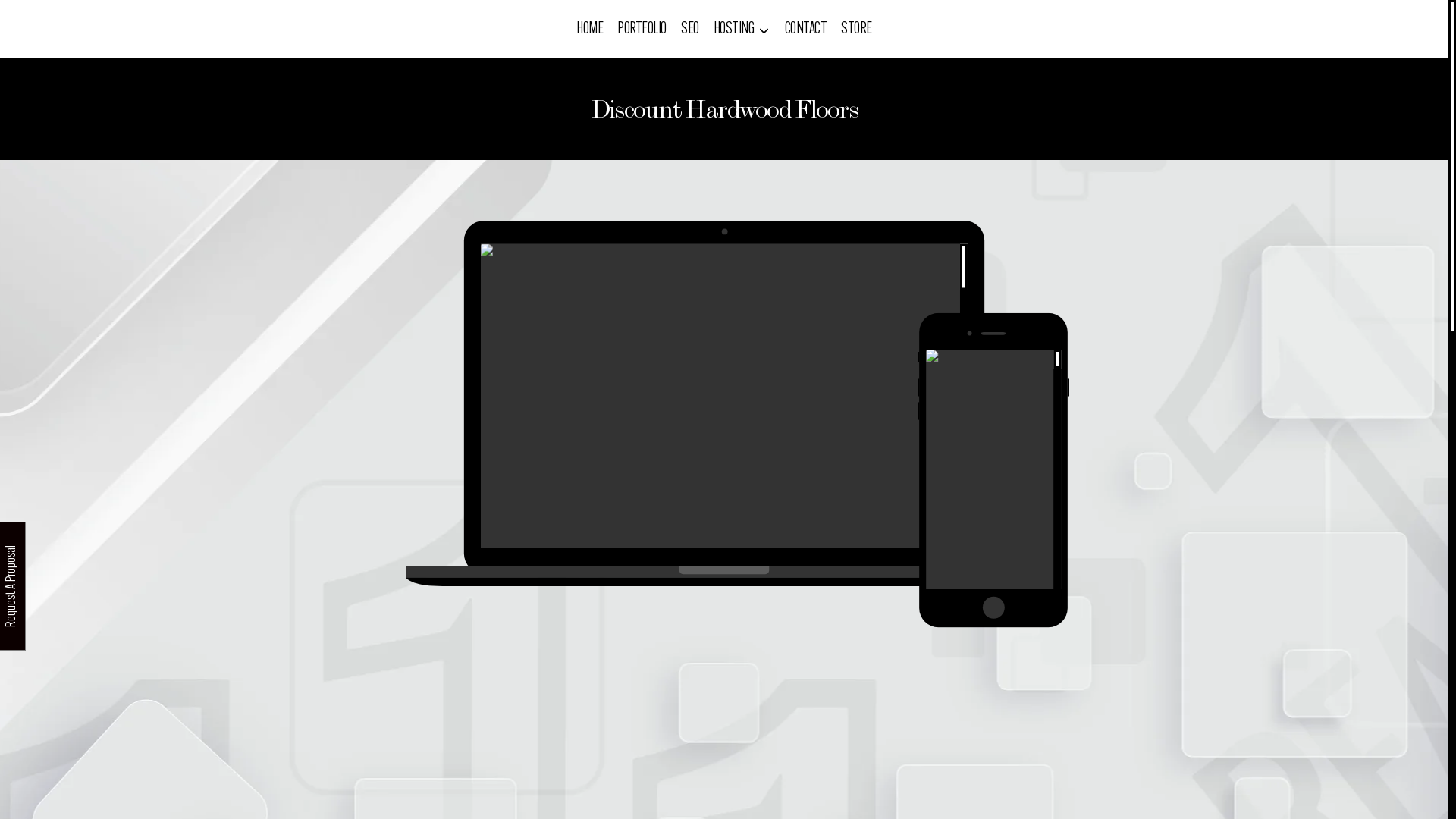 The image size is (1456, 819). I want to click on 'SEO', so click(689, 29).